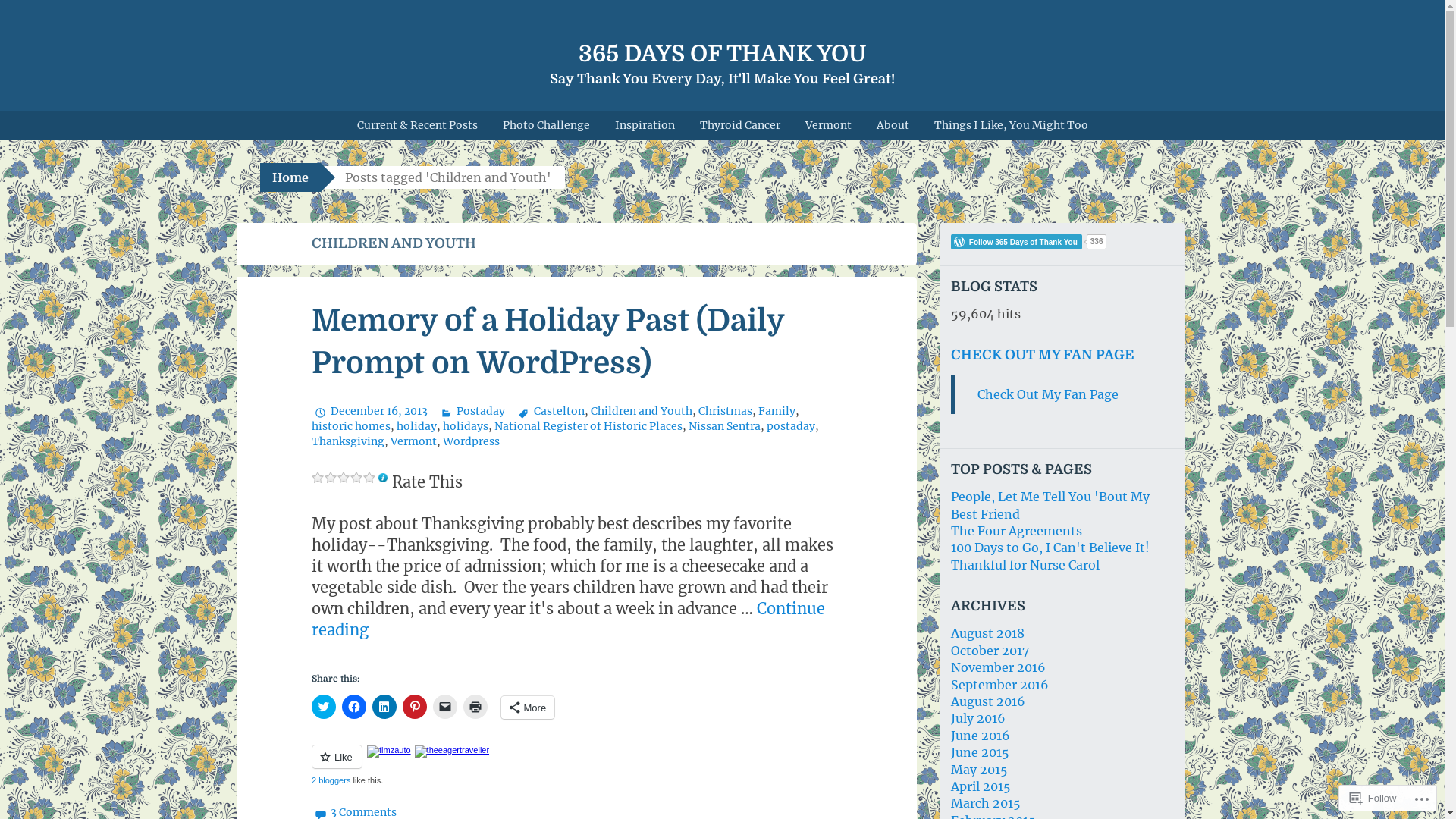  I want to click on 'September 2016', so click(999, 684).